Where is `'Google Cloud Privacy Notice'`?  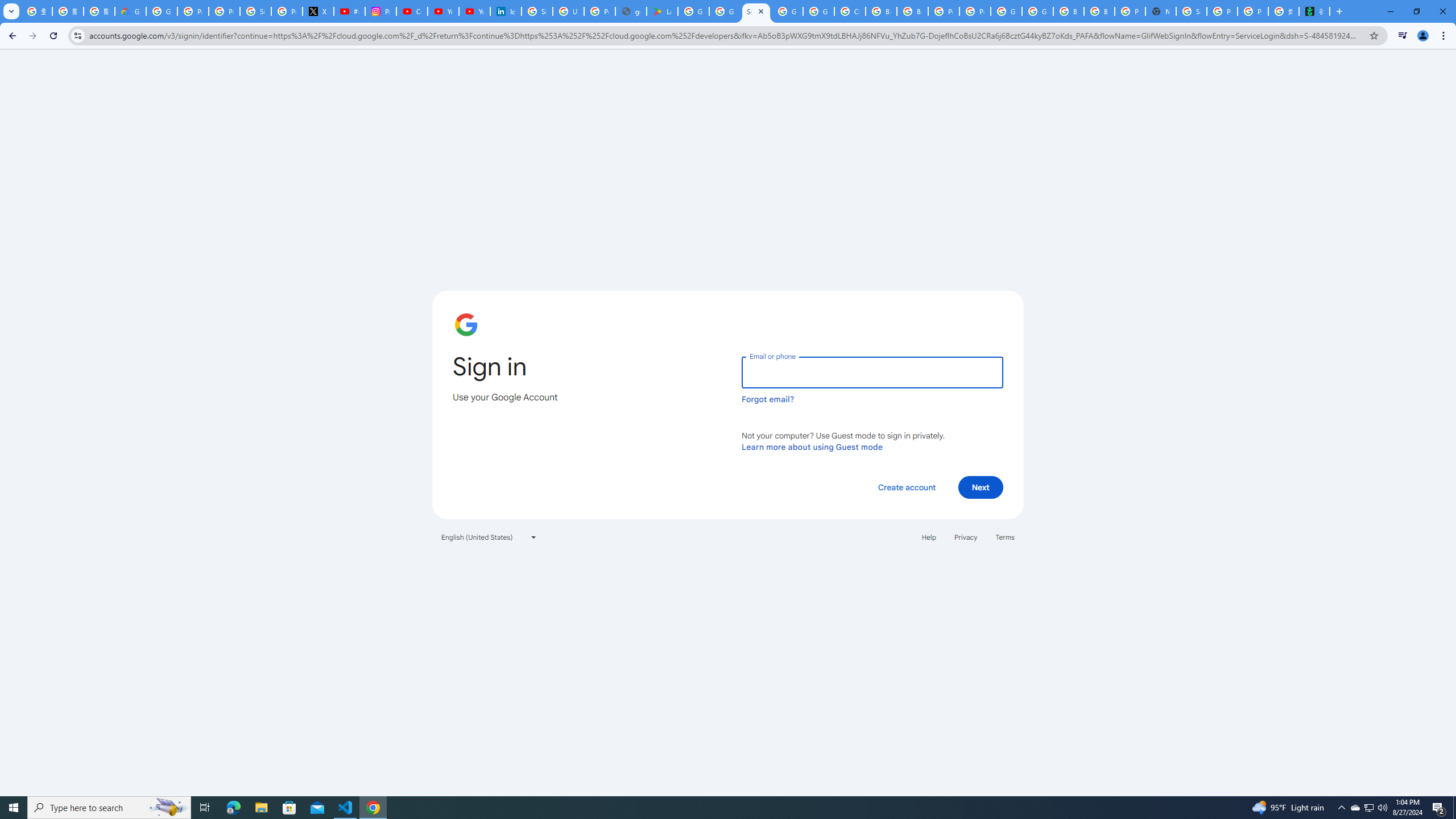 'Google Cloud Privacy Notice' is located at coordinates (130, 11).